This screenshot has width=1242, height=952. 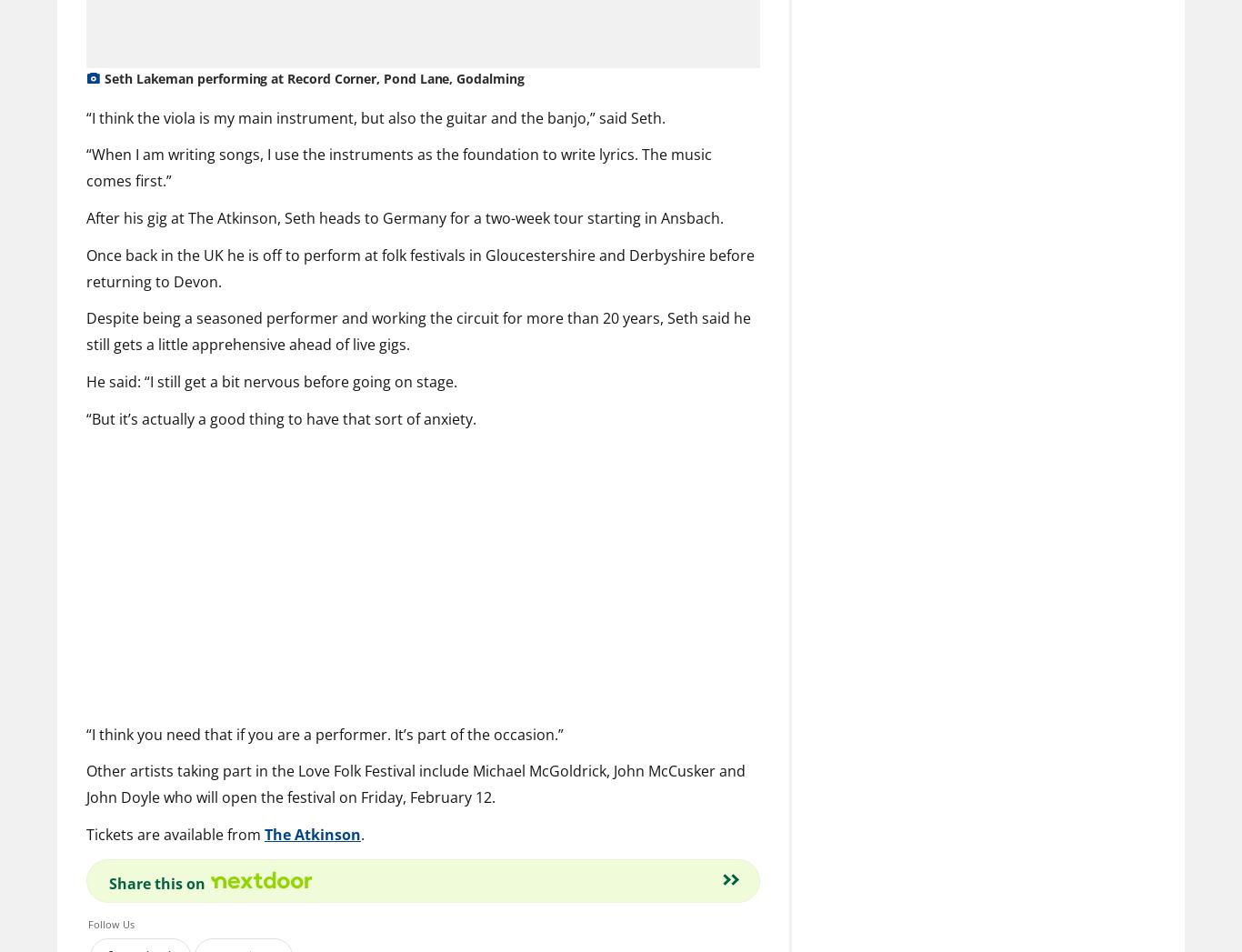 What do you see at coordinates (324, 733) in the screenshot?
I see `'“I think you need that if you are a performer. It’s part of the occasion.”'` at bounding box center [324, 733].